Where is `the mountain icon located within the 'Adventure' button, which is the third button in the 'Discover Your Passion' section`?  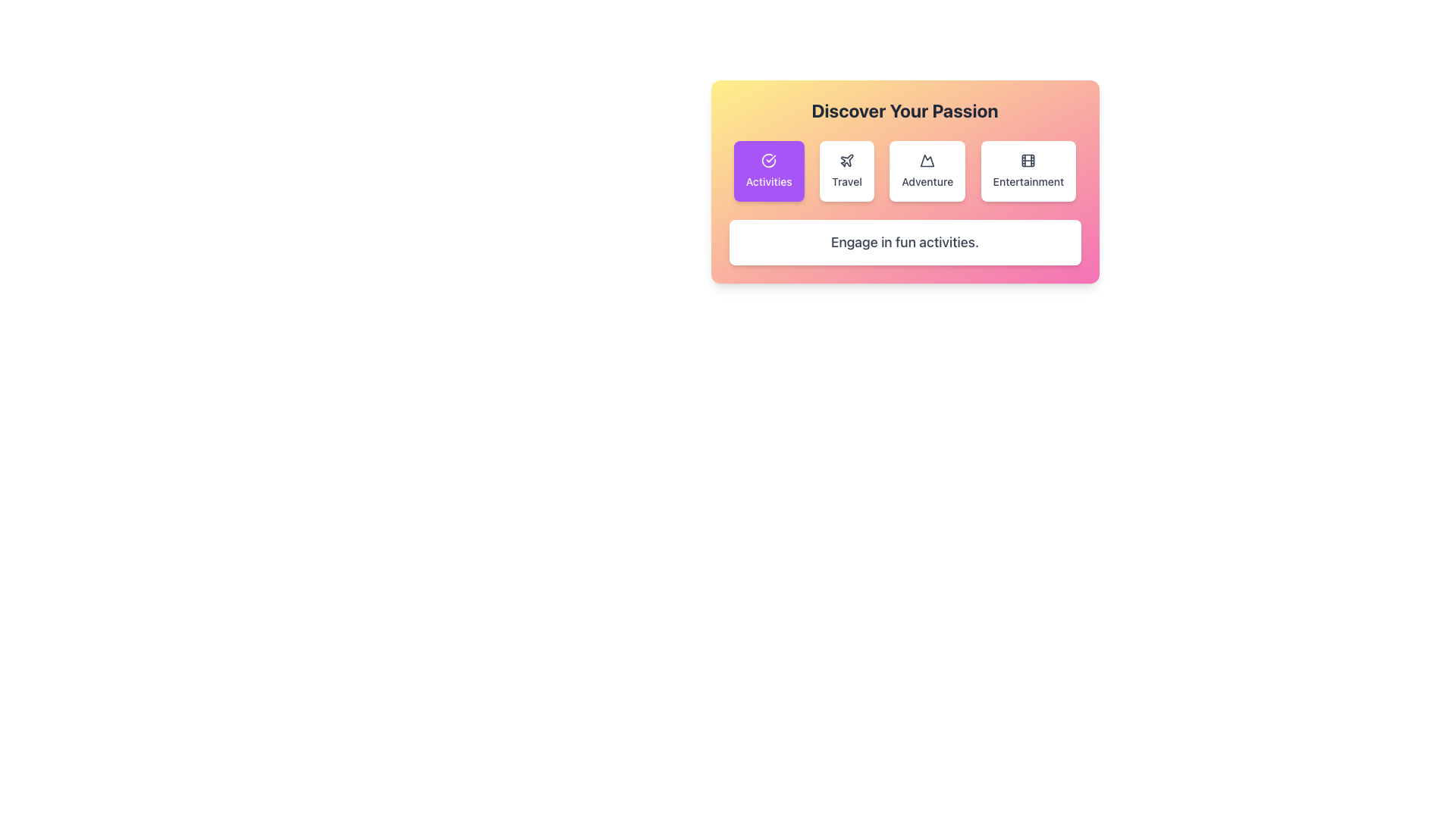
the mountain icon located within the 'Adventure' button, which is the third button in the 'Discover Your Passion' section is located at coordinates (927, 161).